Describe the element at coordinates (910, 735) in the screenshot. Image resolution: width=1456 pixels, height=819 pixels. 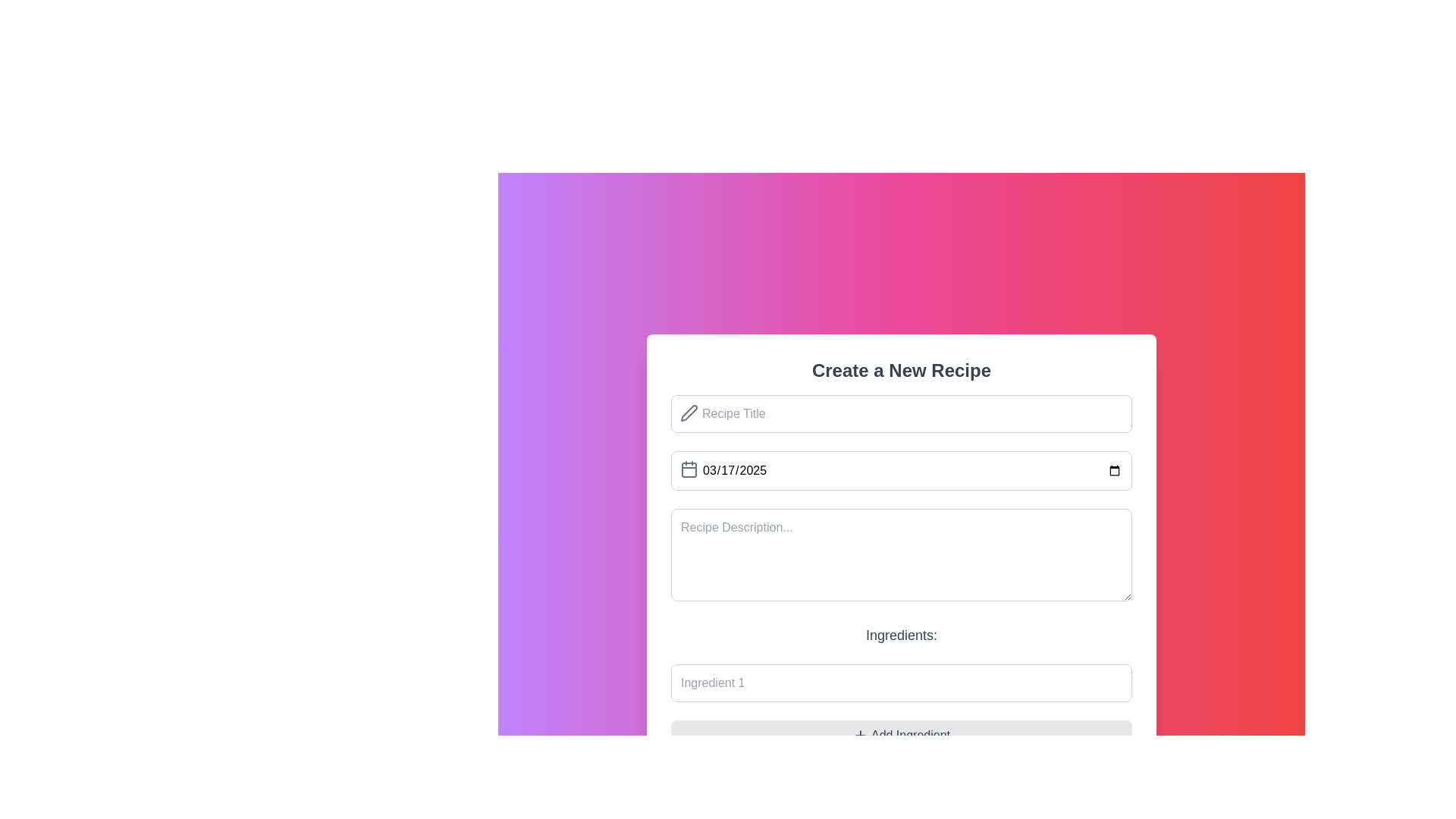
I see `the 'Add Ingredient' button by tabbing through the UI elements` at that location.